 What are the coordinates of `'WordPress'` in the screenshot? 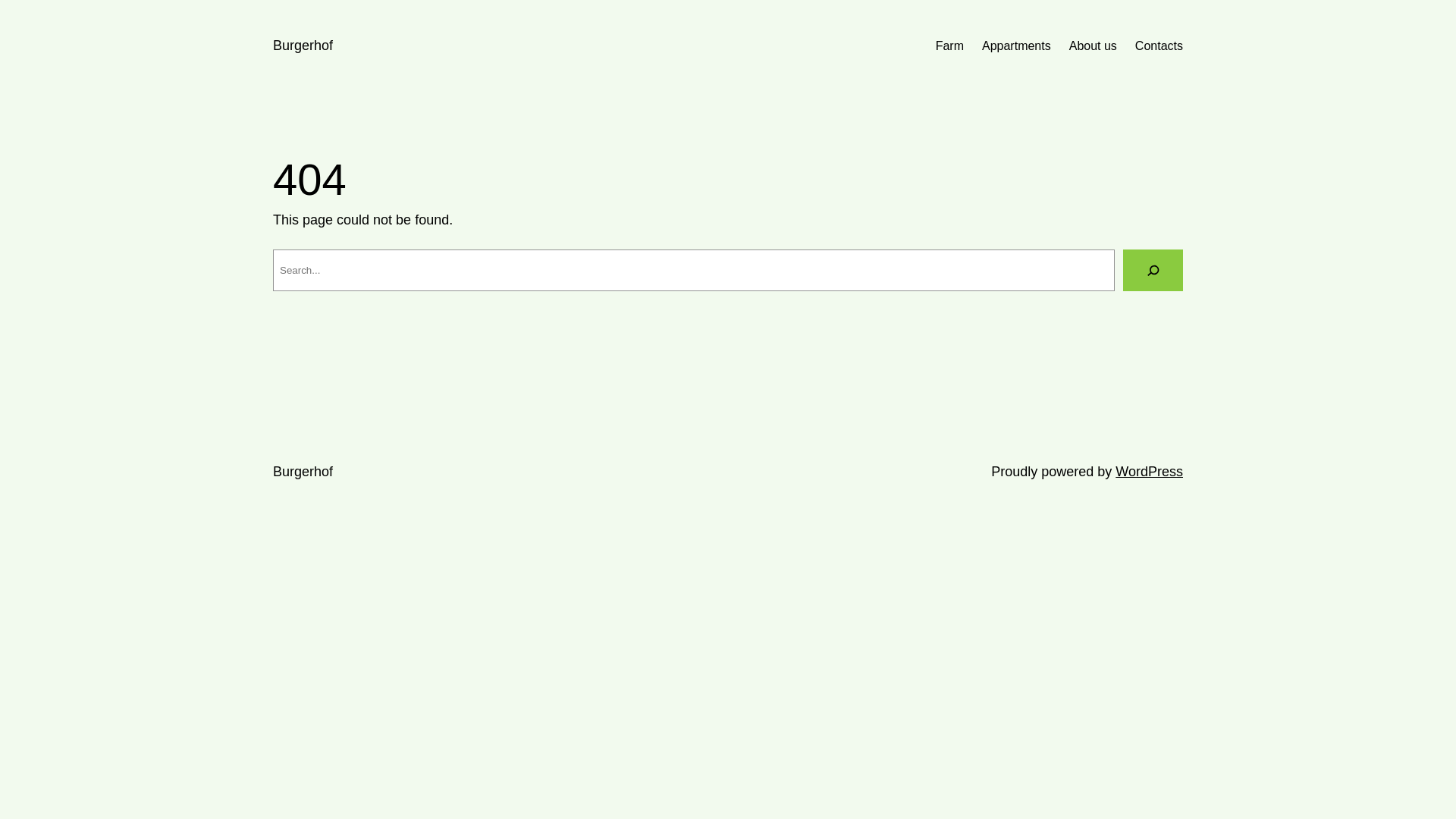 It's located at (1149, 470).